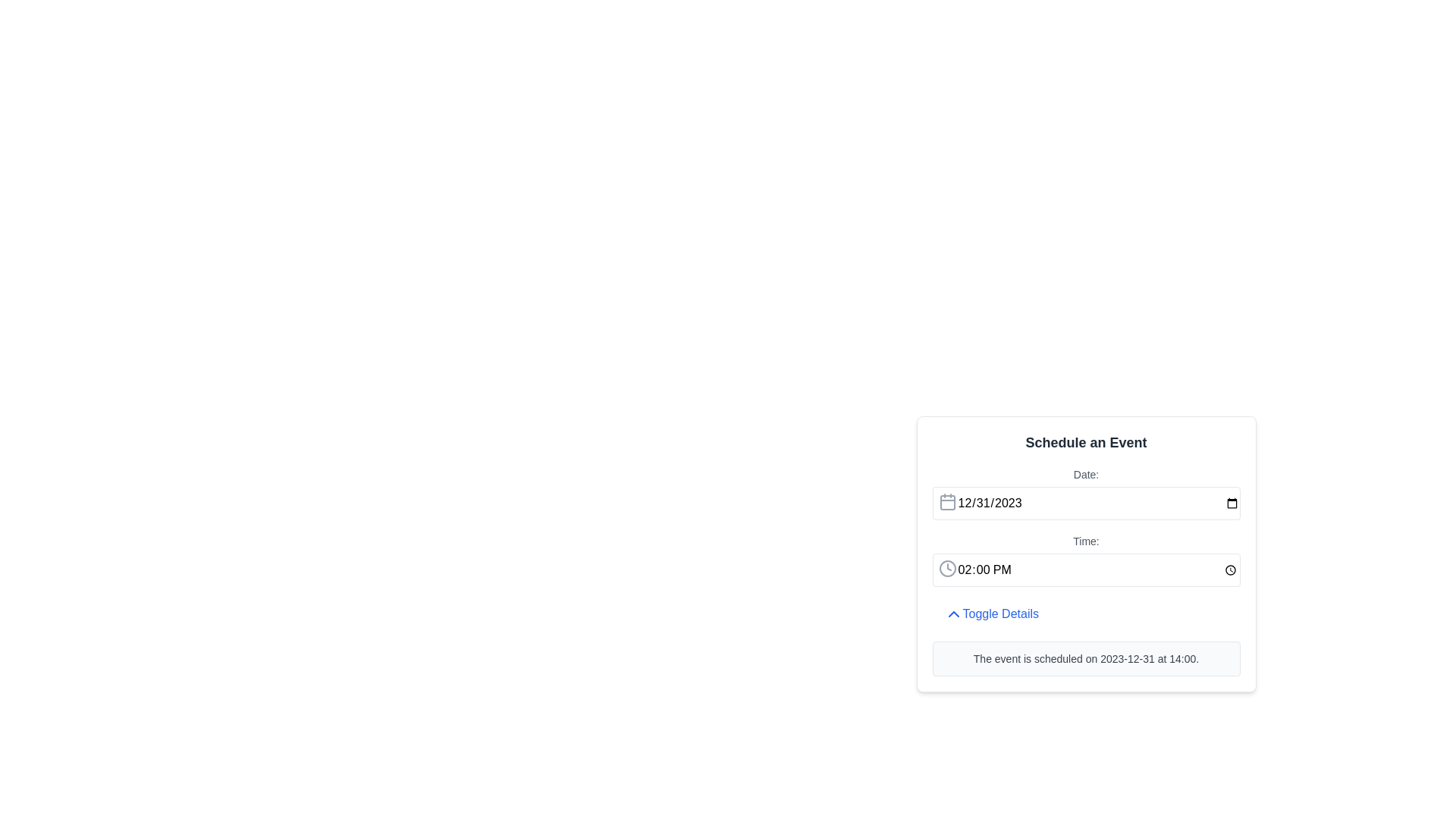  What do you see at coordinates (1181, 657) in the screenshot?
I see `information displayed in the Text Display that shows the scheduled event time, which is located to the right of the date text '2023-12-31'` at bounding box center [1181, 657].